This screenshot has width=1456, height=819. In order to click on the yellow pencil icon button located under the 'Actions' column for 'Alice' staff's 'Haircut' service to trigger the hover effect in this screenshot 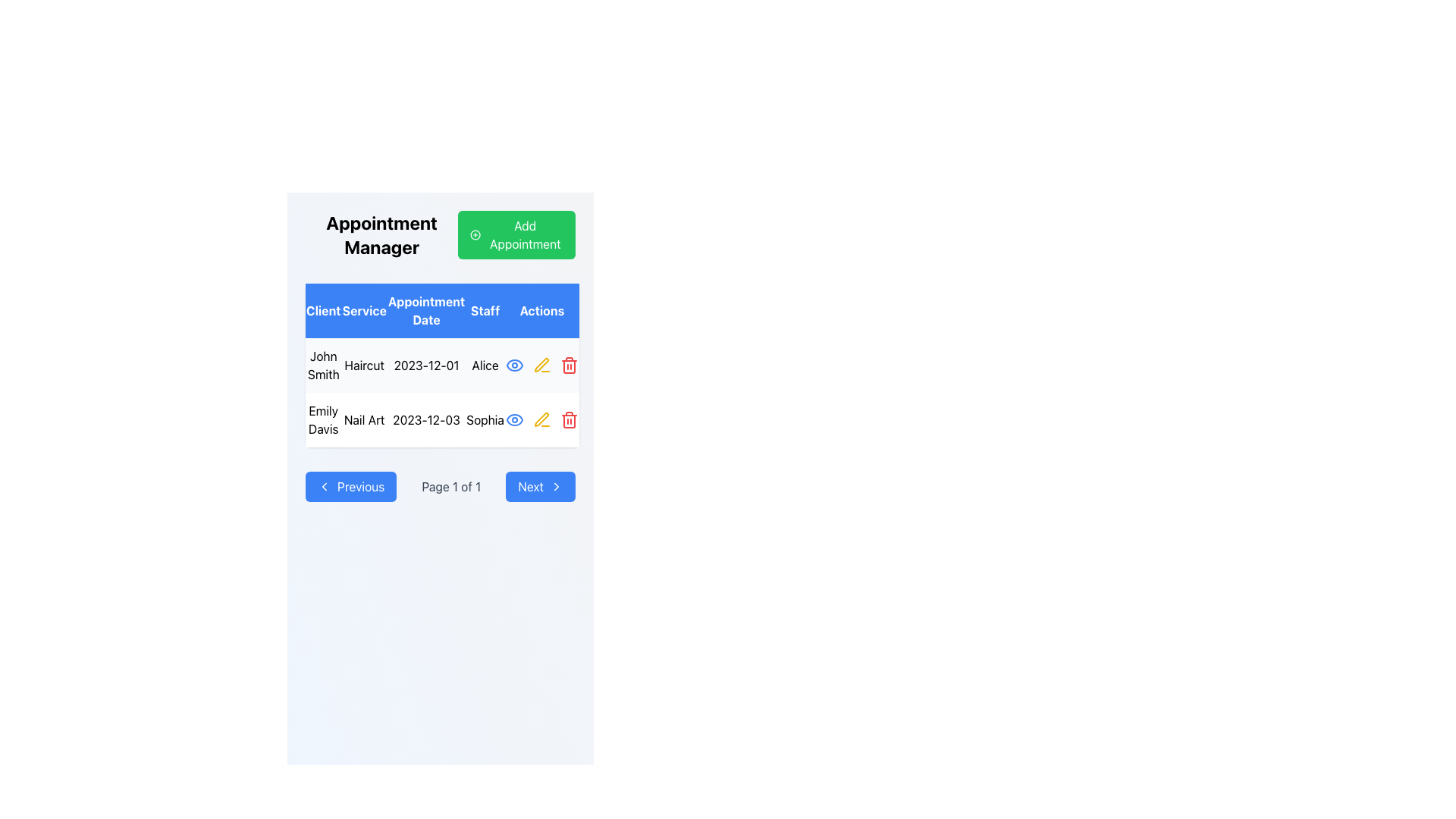, I will do `click(541, 366)`.